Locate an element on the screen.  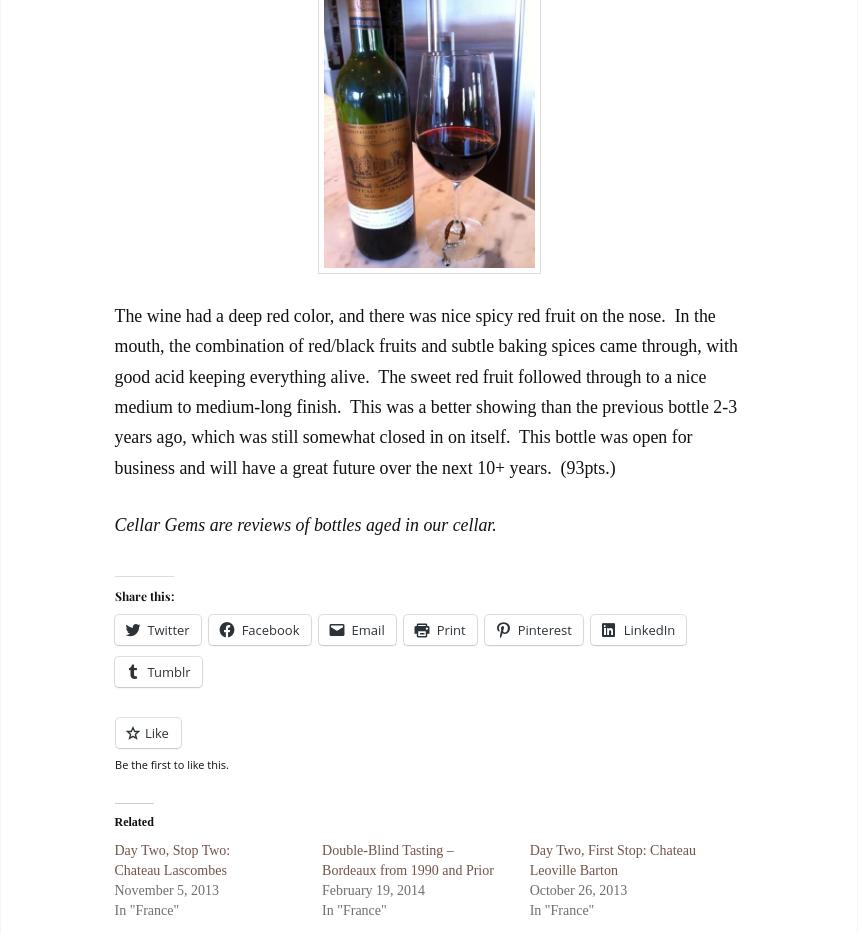
'Twitter' is located at coordinates (166, 629).